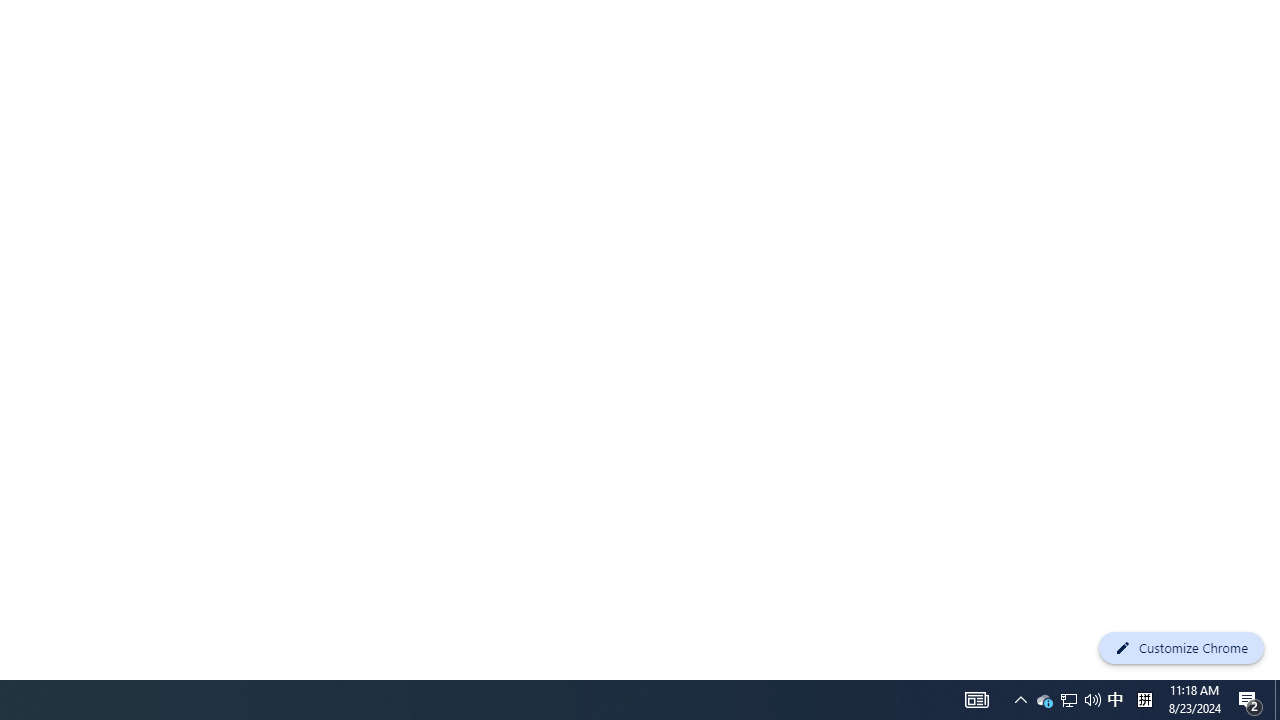  I want to click on 'Customize Chrome', so click(1181, 648).